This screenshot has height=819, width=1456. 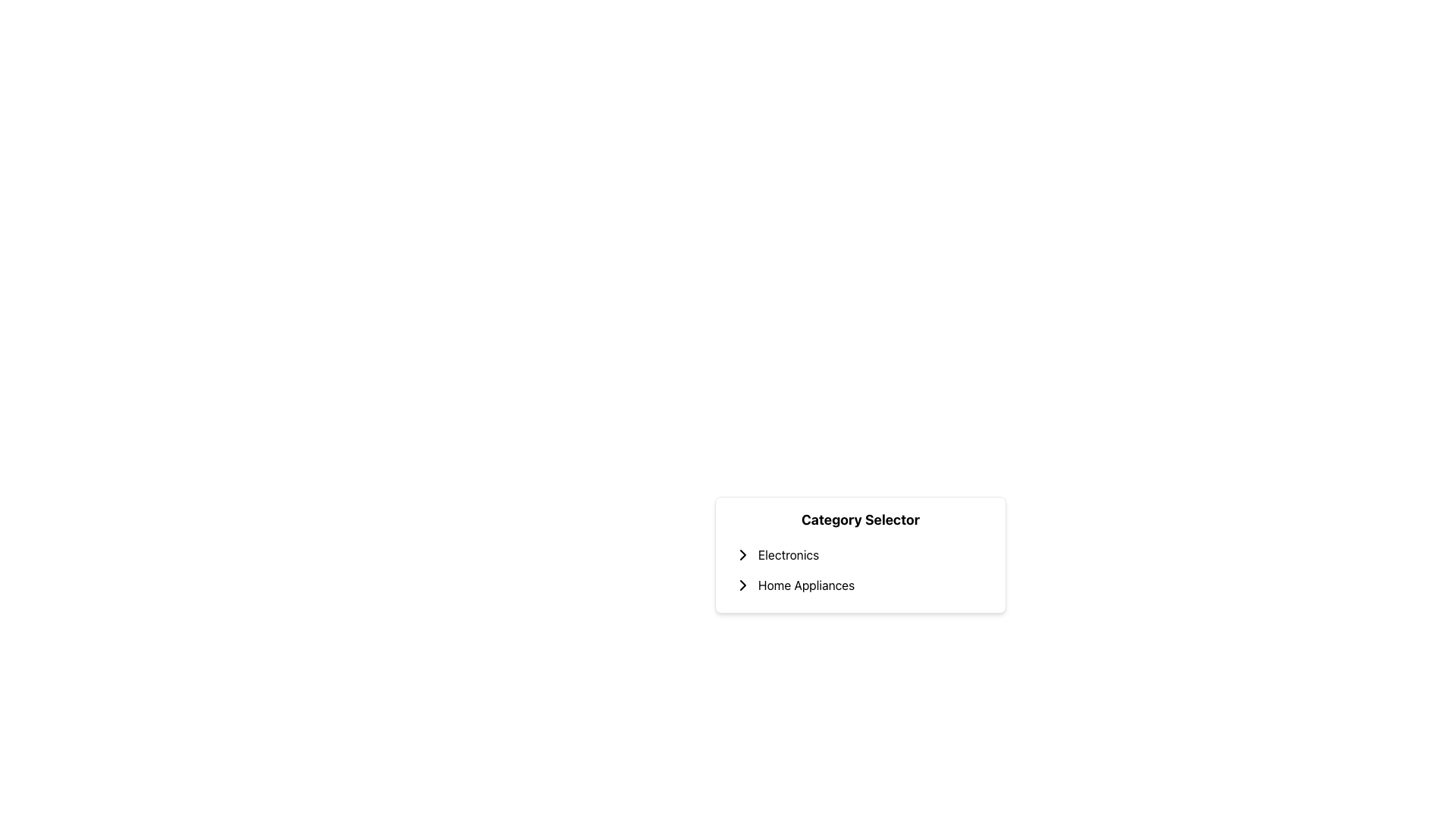 I want to click on the right-facing chevron arrow icon located to the immediate left of the 'Electronics' text, so click(x=742, y=555).